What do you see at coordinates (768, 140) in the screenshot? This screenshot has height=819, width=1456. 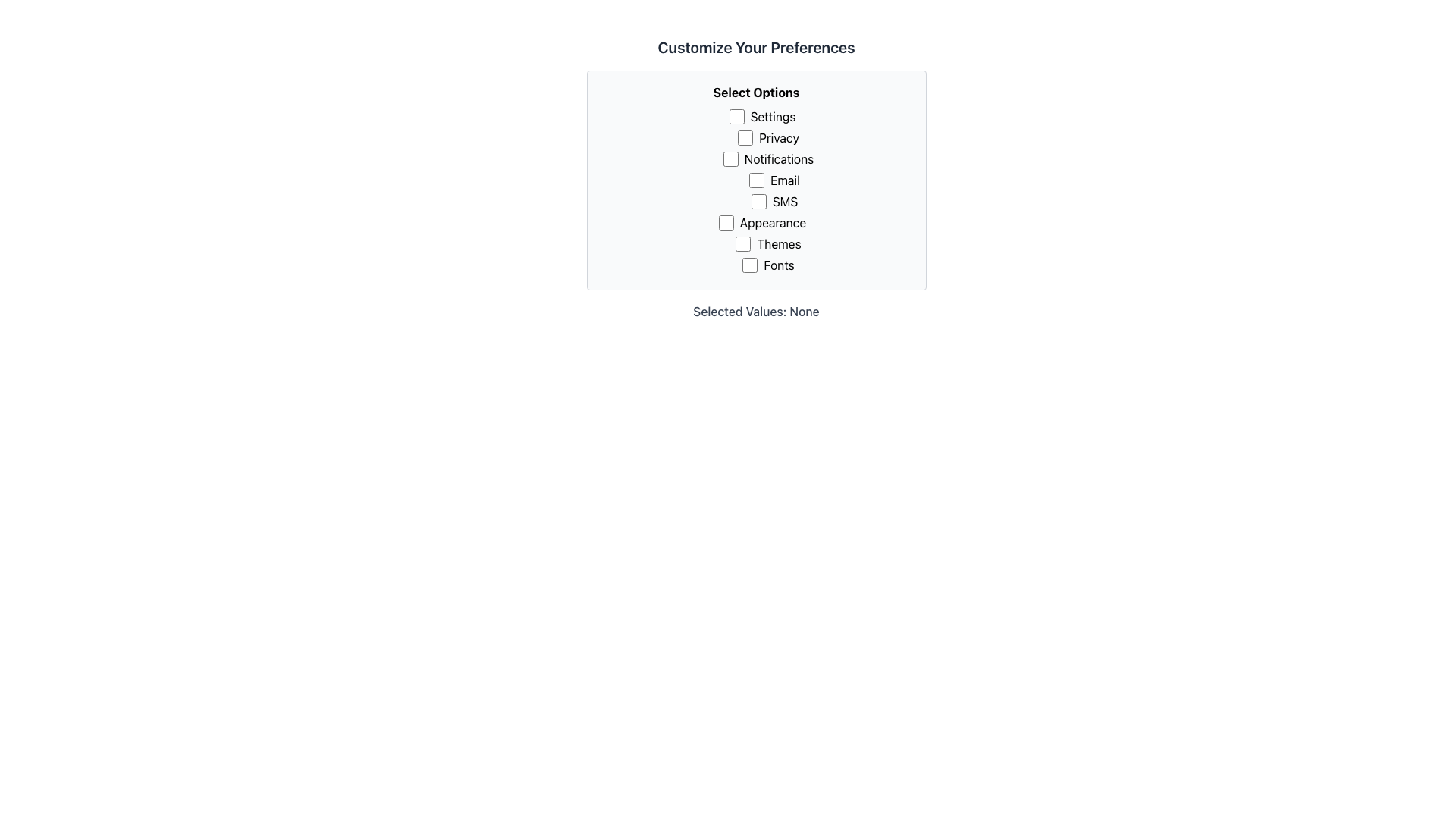 I see `the label 'Privacy' of the Checkbox element` at bounding box center [768, 140].